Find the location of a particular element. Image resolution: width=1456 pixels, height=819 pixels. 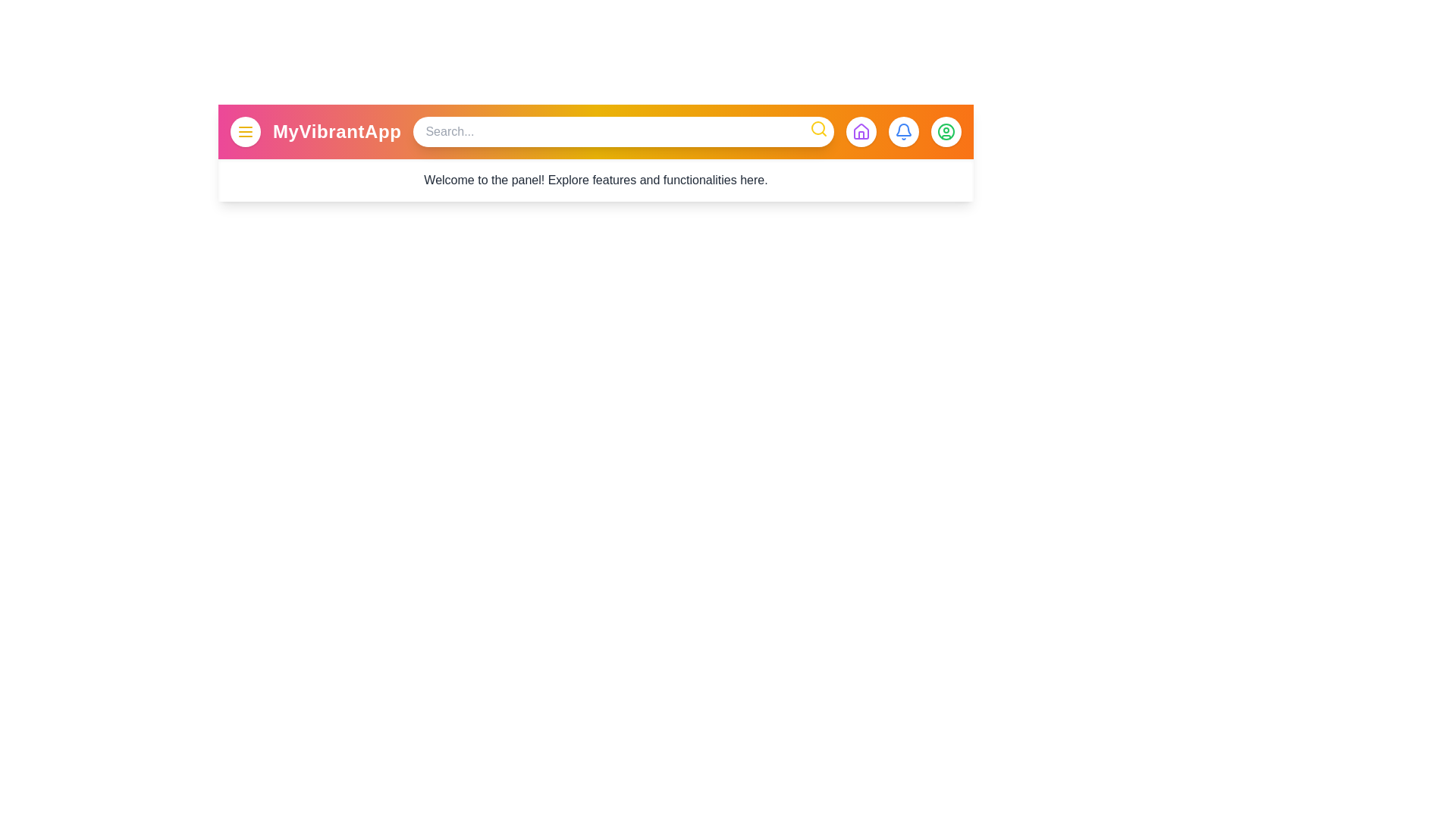

the menu button to open the navigation panel is located at coordinates (246, 130).